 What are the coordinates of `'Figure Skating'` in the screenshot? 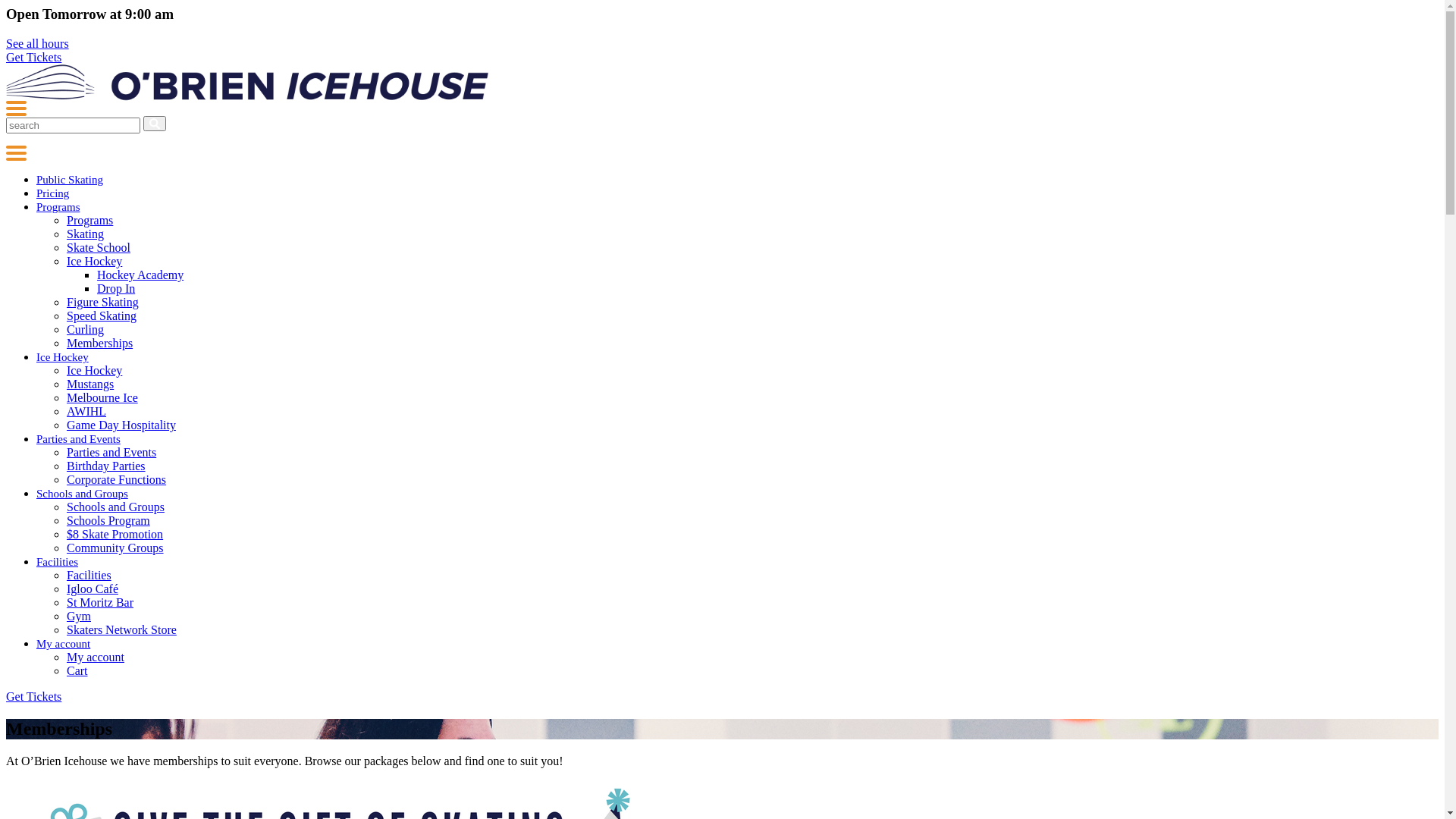 It's located at (102, 302).